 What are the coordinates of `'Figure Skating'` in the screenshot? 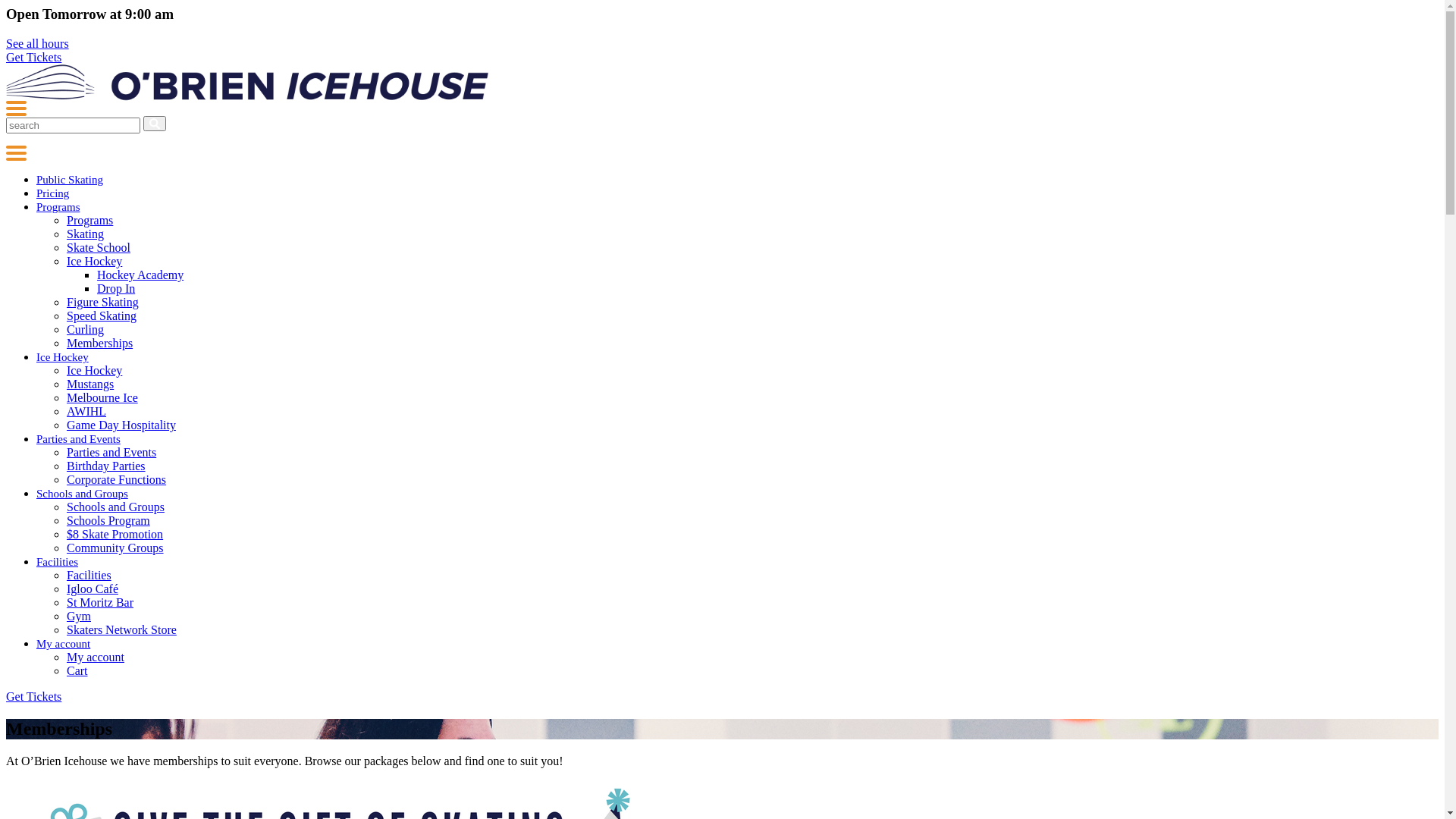 It's located at (102, 302).